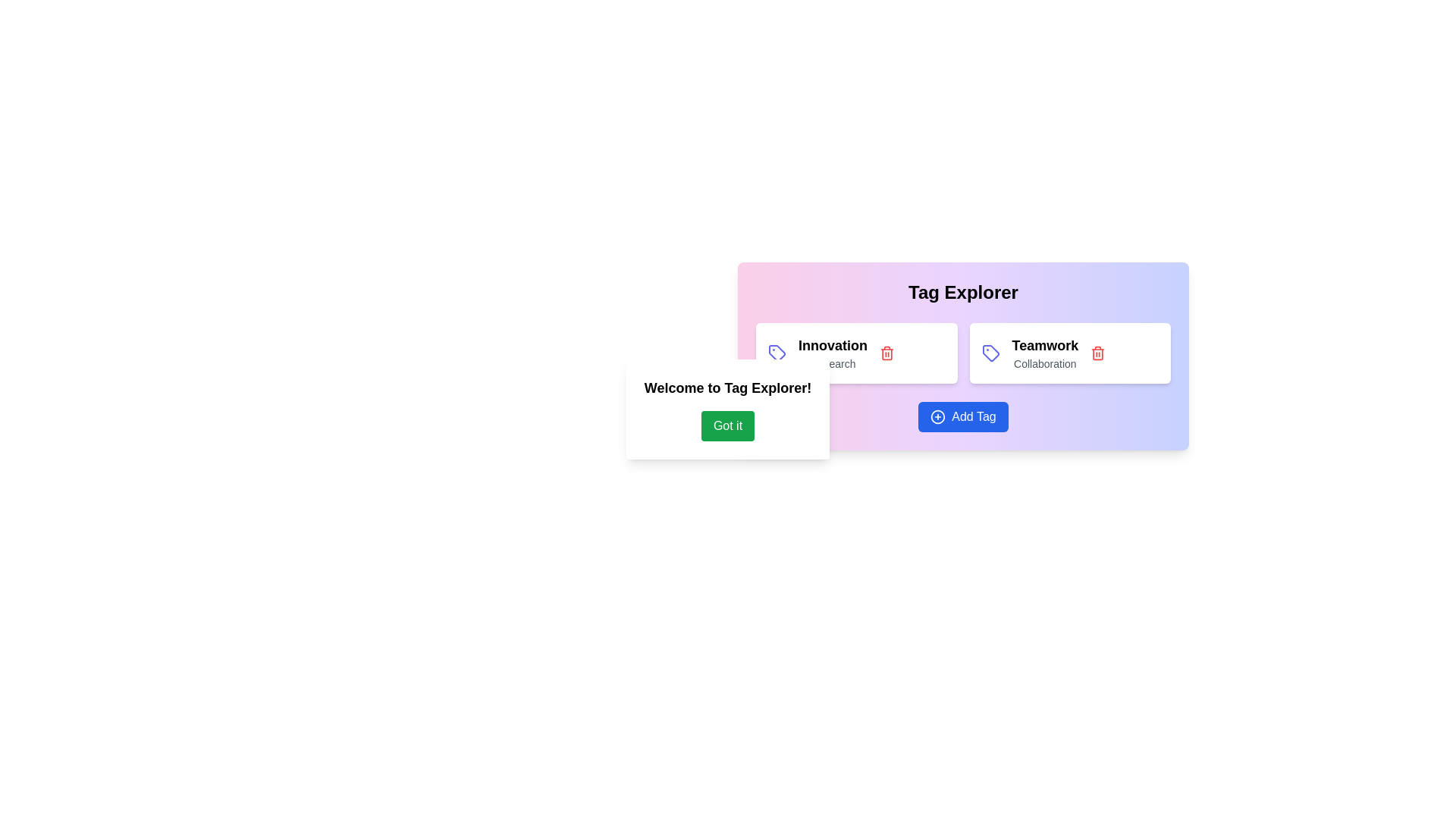  I want to click on the circular blue-bordered icon with a plus sign located, so click(937, 417).